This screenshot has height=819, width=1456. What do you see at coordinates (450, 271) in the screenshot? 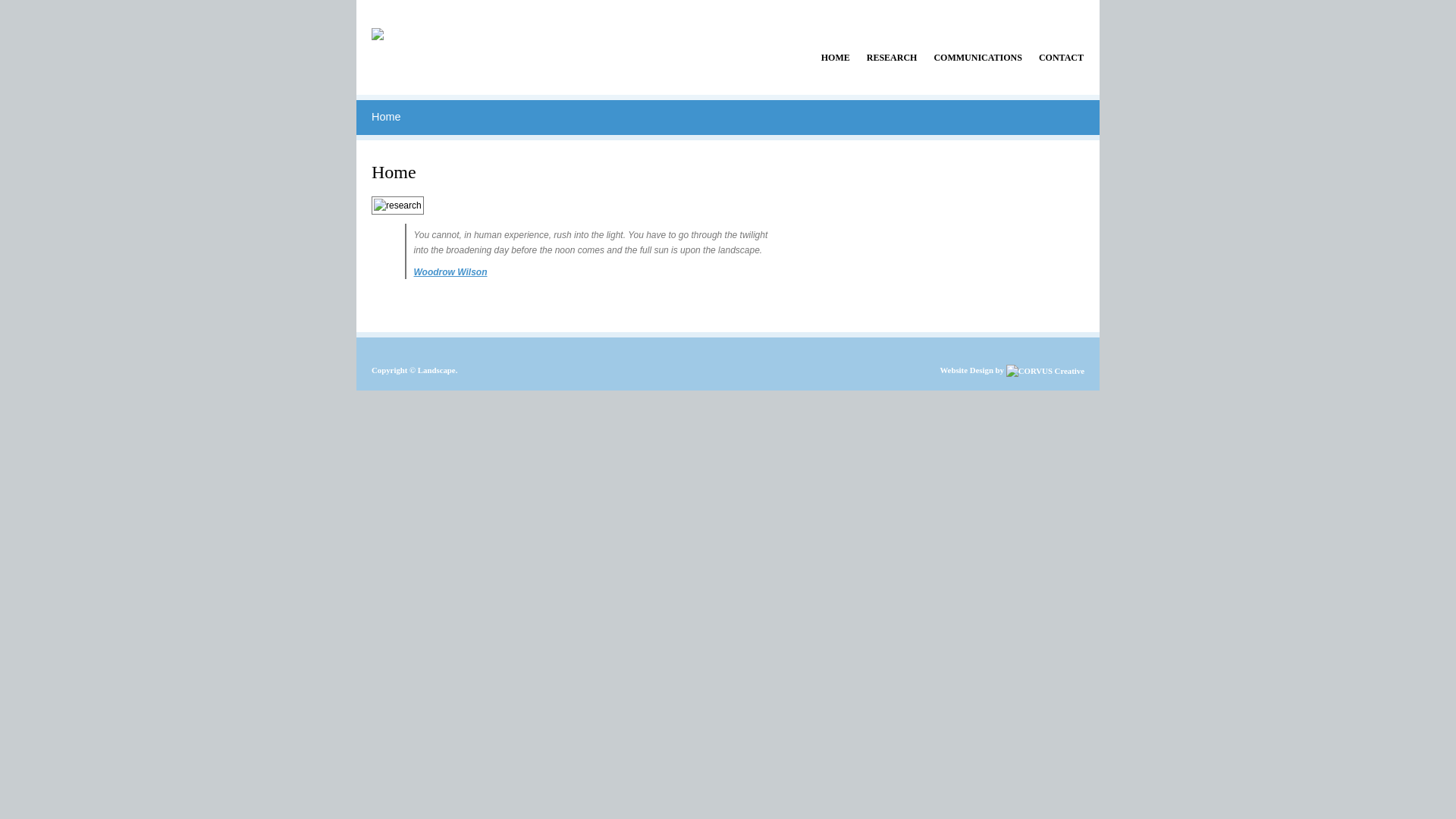
I see `'Woodrow Wilson'` at bounding box center [450, 271].